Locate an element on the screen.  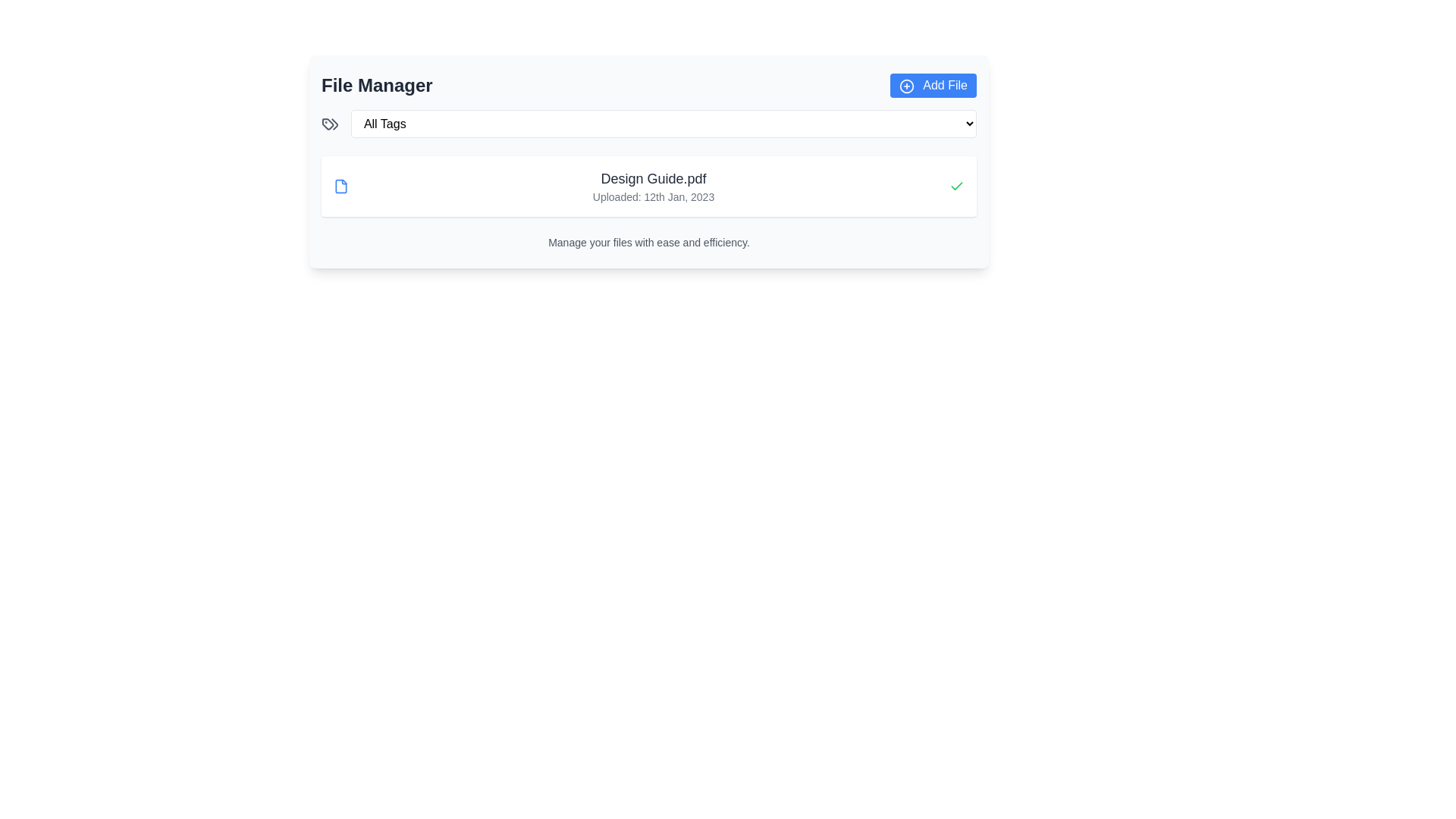
the small grayish tag icon located to the left of the text label 'All Tags' is located at coordinates (329, 123).